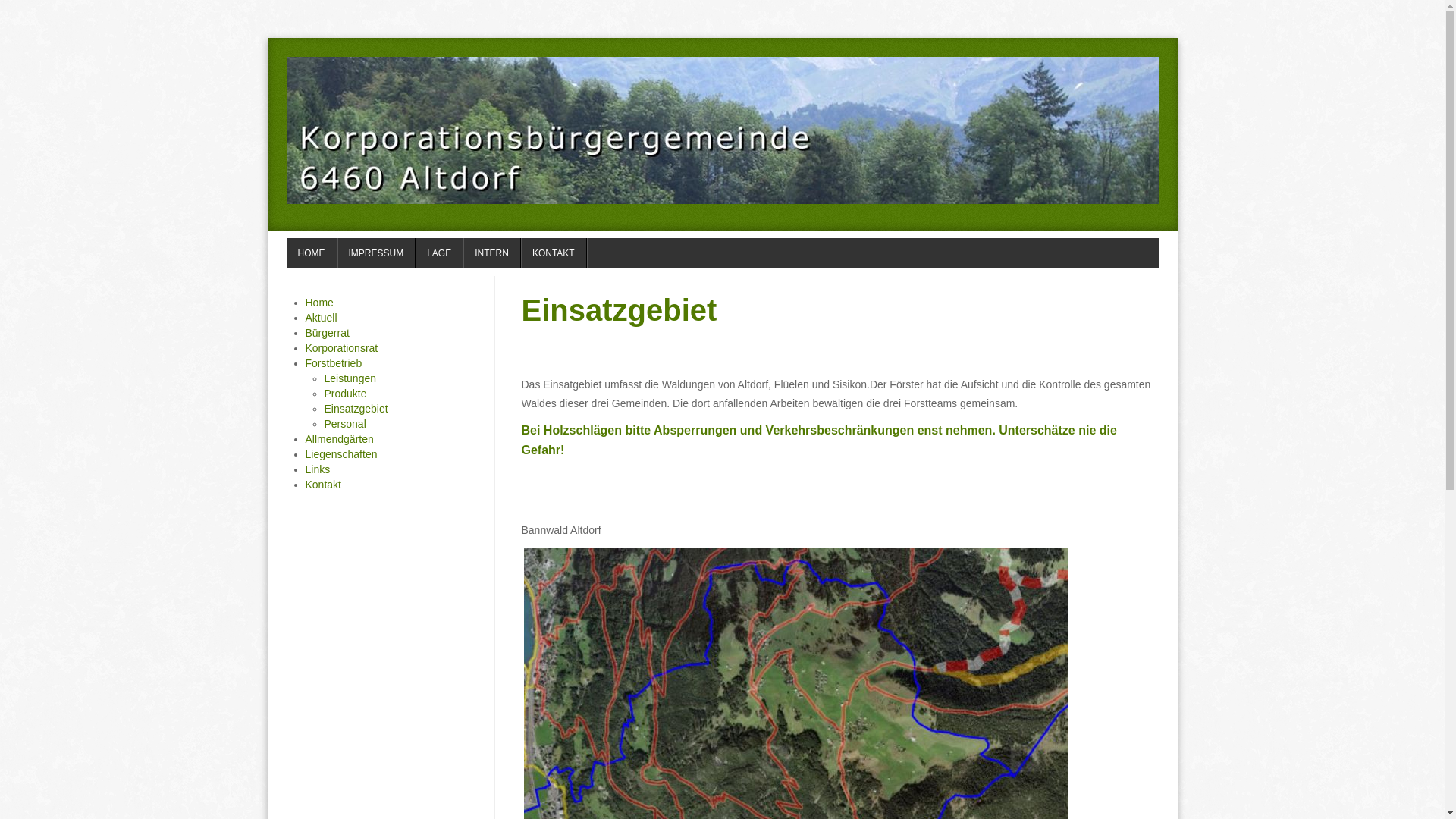 This screenshot has height=819, width=1456. I want to click on 'Forstbetrieb', so click(332, 362).